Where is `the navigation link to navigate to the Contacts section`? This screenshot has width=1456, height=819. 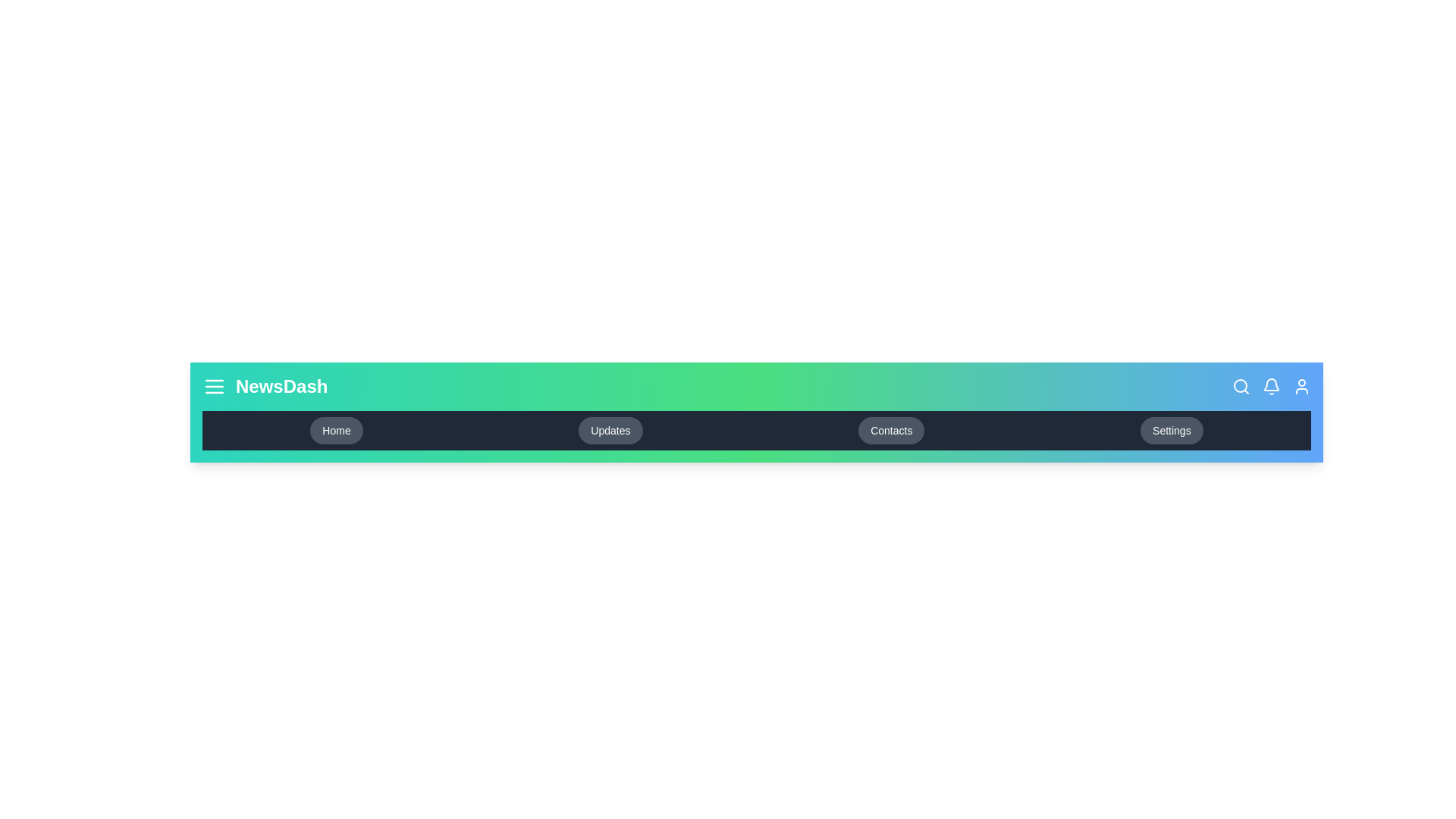 the navigation link to navigate to the Contacts section is located at coordinates (892, 430).